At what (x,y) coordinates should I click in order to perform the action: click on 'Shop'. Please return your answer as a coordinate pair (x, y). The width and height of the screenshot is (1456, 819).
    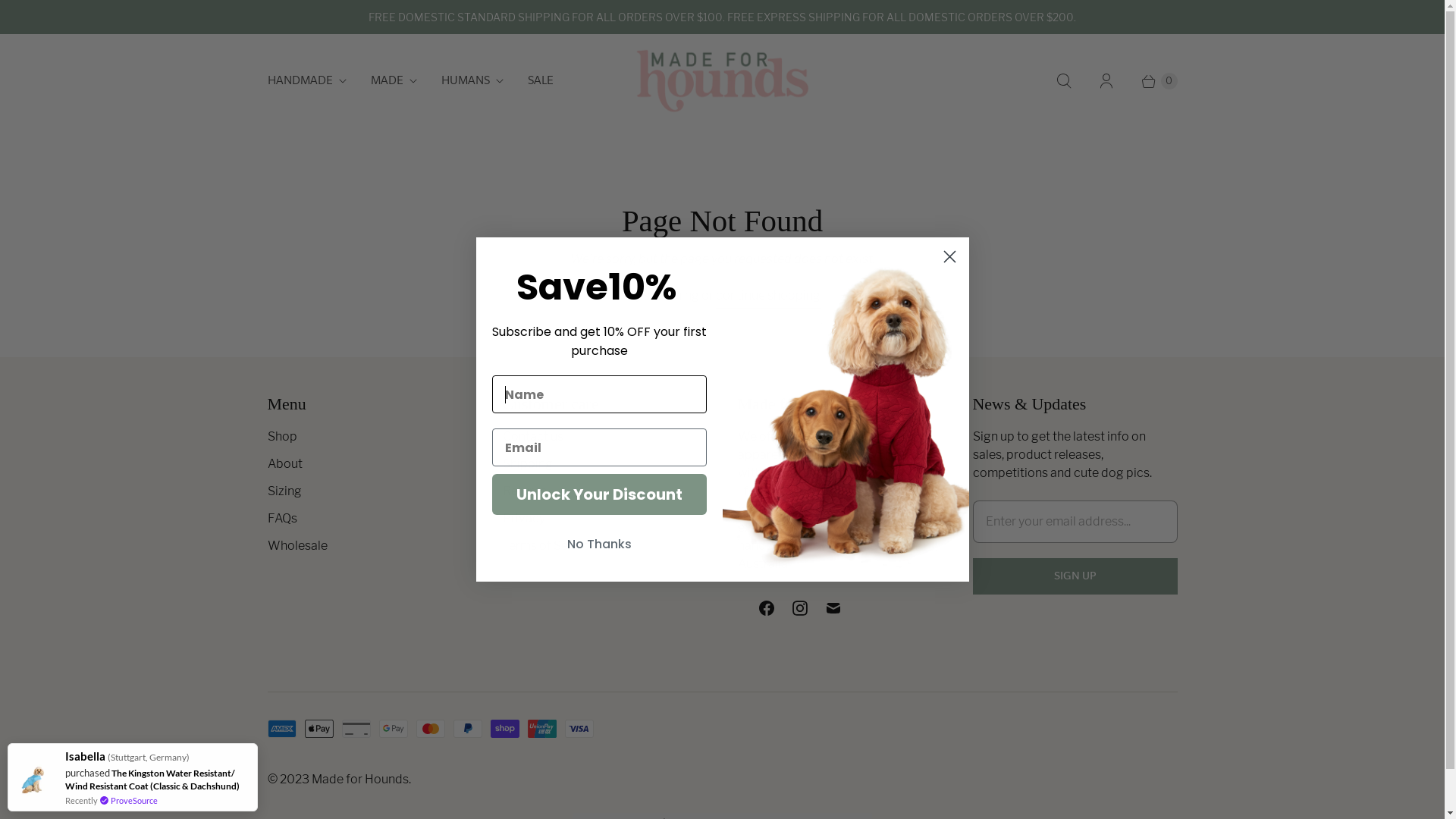
    Looking at the image, I should click on (281, 436).